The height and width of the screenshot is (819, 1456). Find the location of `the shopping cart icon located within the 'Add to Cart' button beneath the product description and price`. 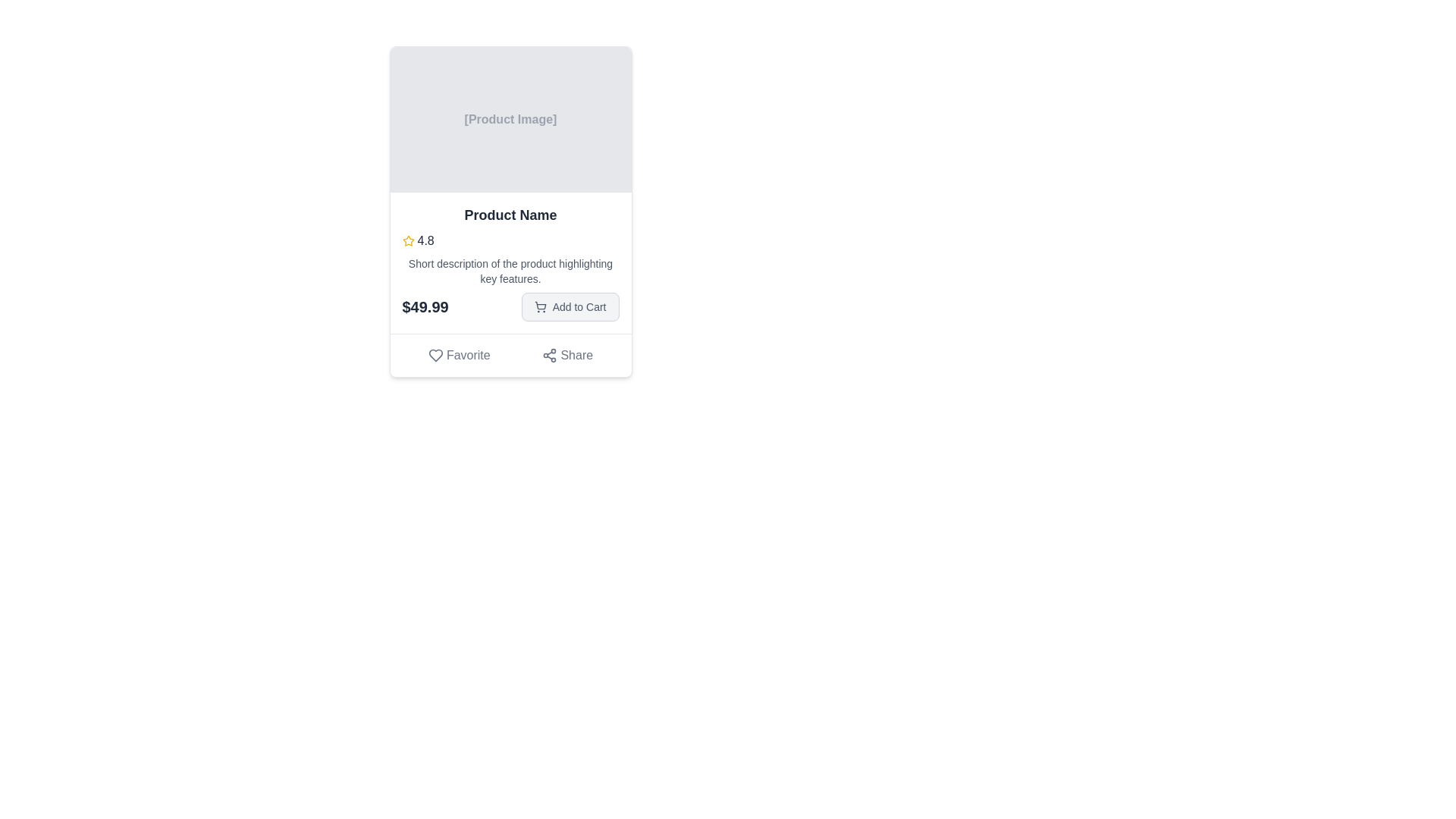

the shopping cart icon located within the 'Add to Cart' button beneath the product description and price is located at coordinates (540, 306).